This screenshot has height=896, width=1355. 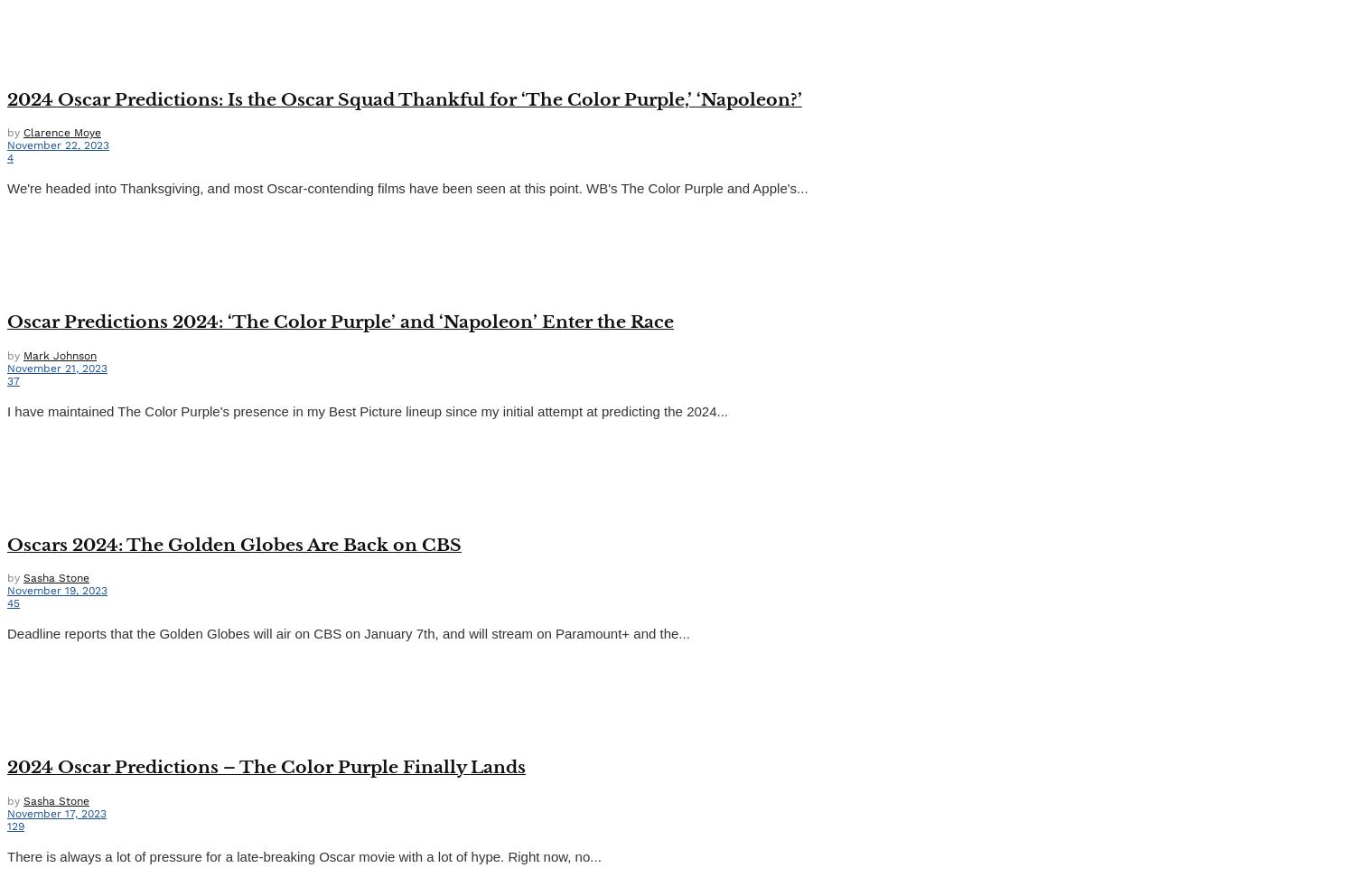 What do you see at coordinates (10, 156) in the screenshot?
I see `'4'` at bounding box center [10, 156].